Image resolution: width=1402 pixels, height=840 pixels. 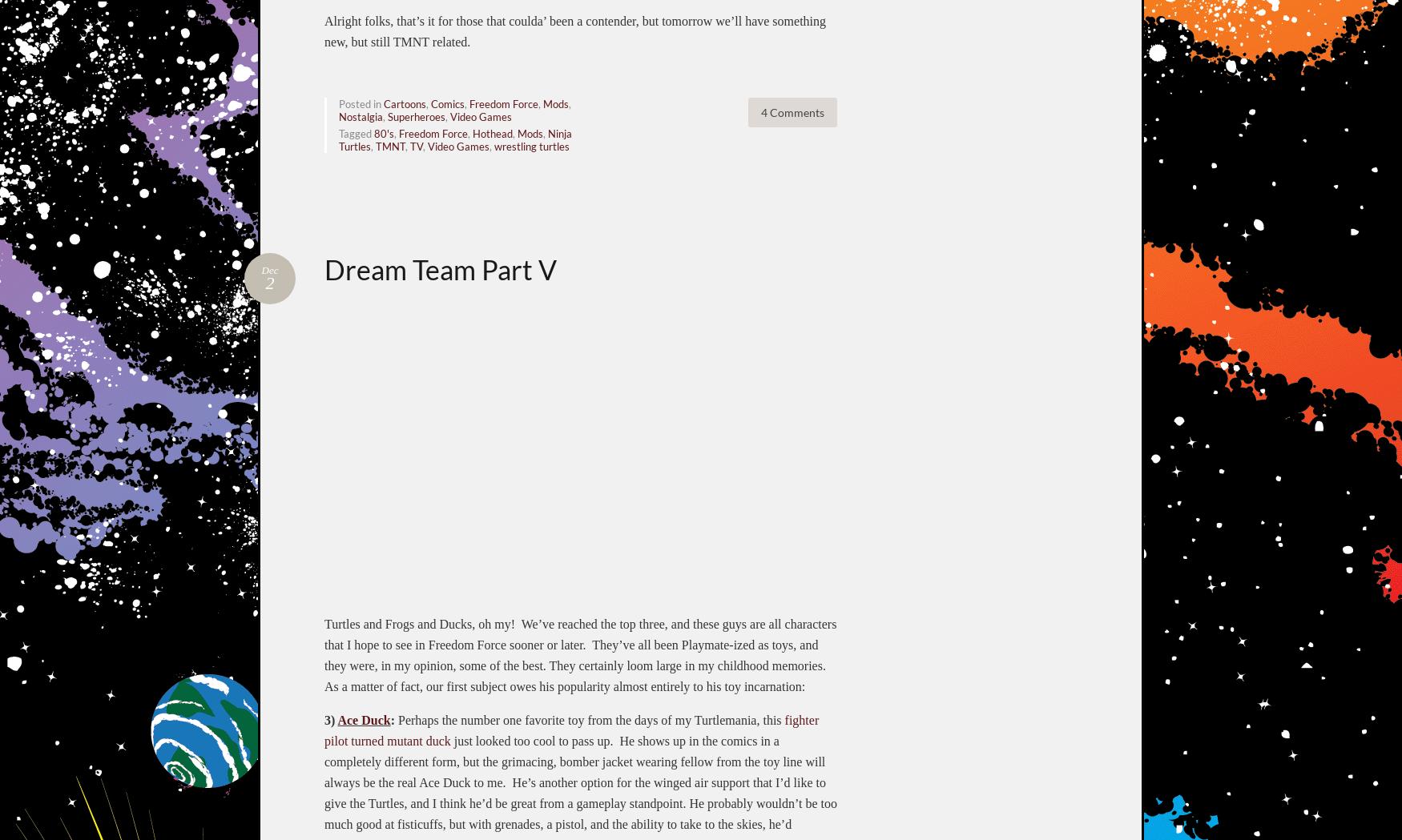 I want to click on '80's', so click(x=384, y=131).